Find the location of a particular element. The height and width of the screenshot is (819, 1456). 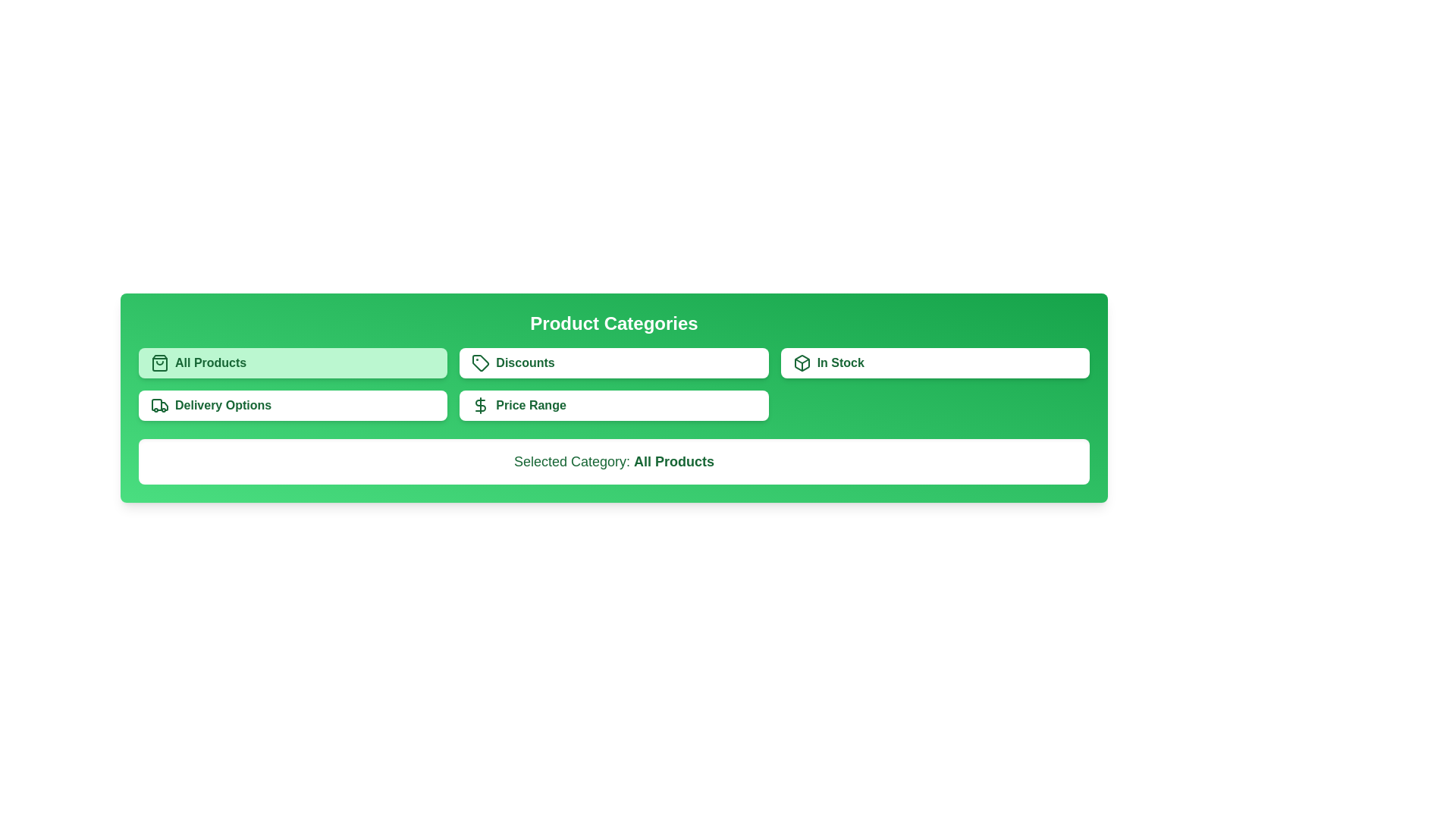

the box-shaped icon with a green outline resembling a cube, located to the left of the 'In Stock' text in the top-right corner of the green card is located at coordinates (801, 362).